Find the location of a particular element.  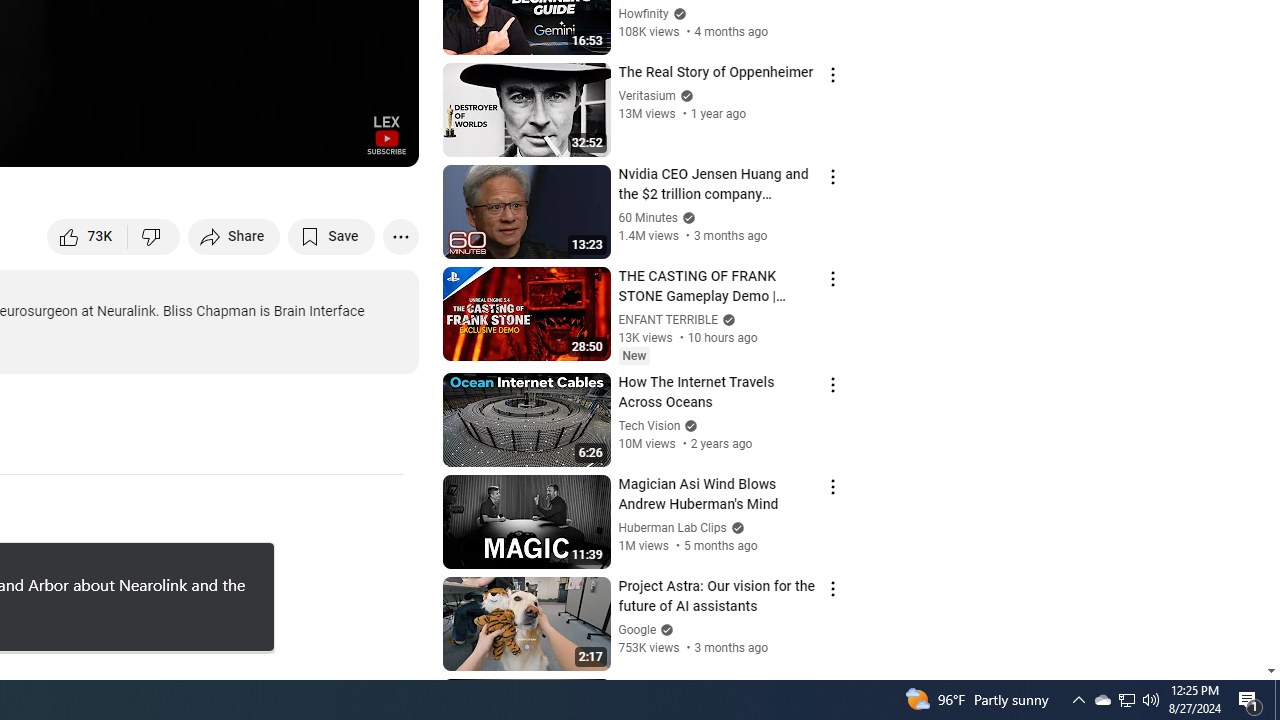

'Subtitles/closed captions unavailable' is located at coordinates (190, 141).